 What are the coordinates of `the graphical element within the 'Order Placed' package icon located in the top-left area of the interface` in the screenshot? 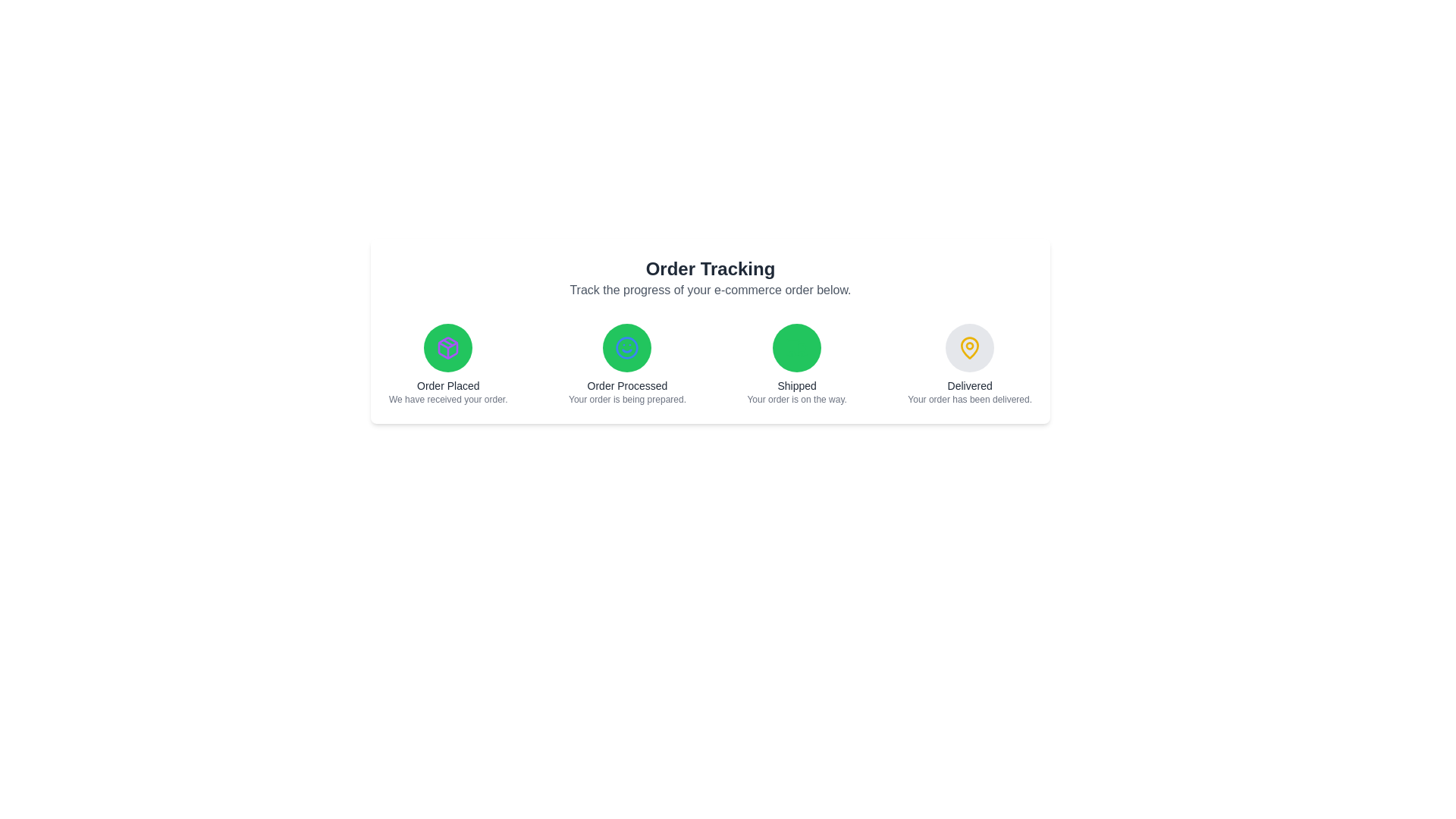 It's located at (447, 345).